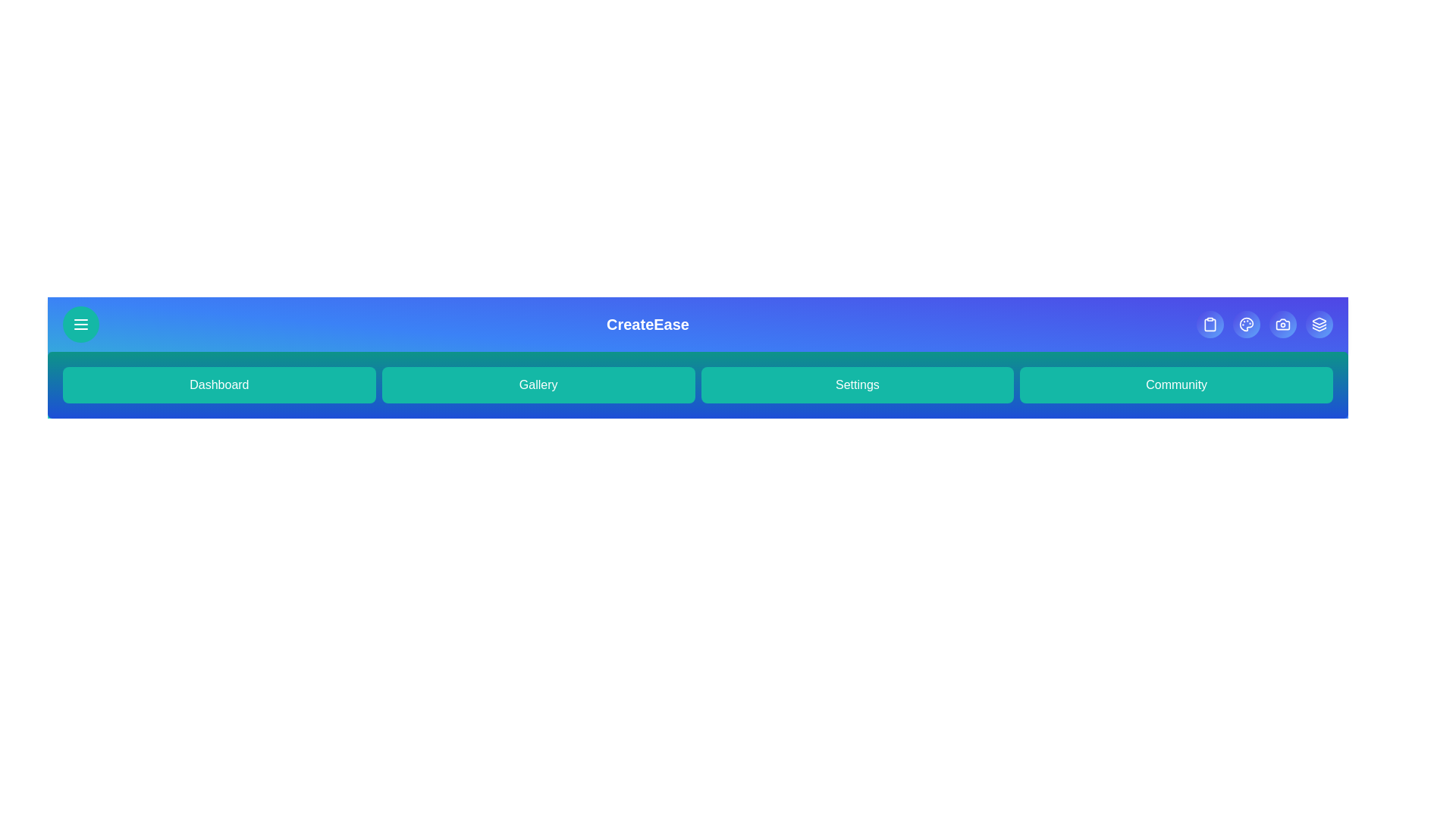 The height and width of the screenshot is (819, 1456). Describe the element at coordinates (648, 324) in the screenshot. I see `the title text 'CreateEase' visually` at that location.